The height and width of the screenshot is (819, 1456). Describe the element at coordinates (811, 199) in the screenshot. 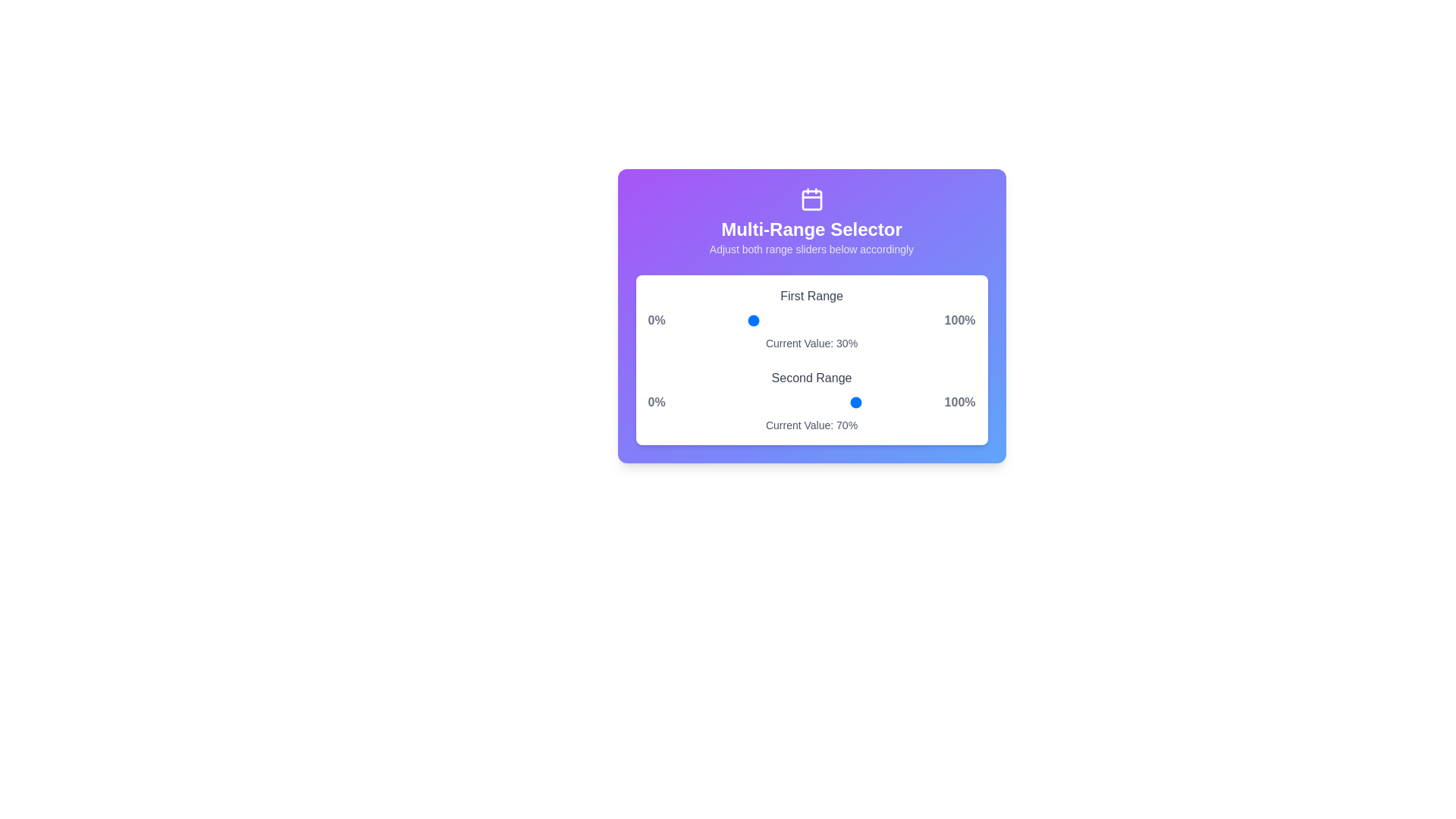

I see `the large inner rectangle of the calendar-like icon, which is part of the SVG component styled in purple and white` at that location.